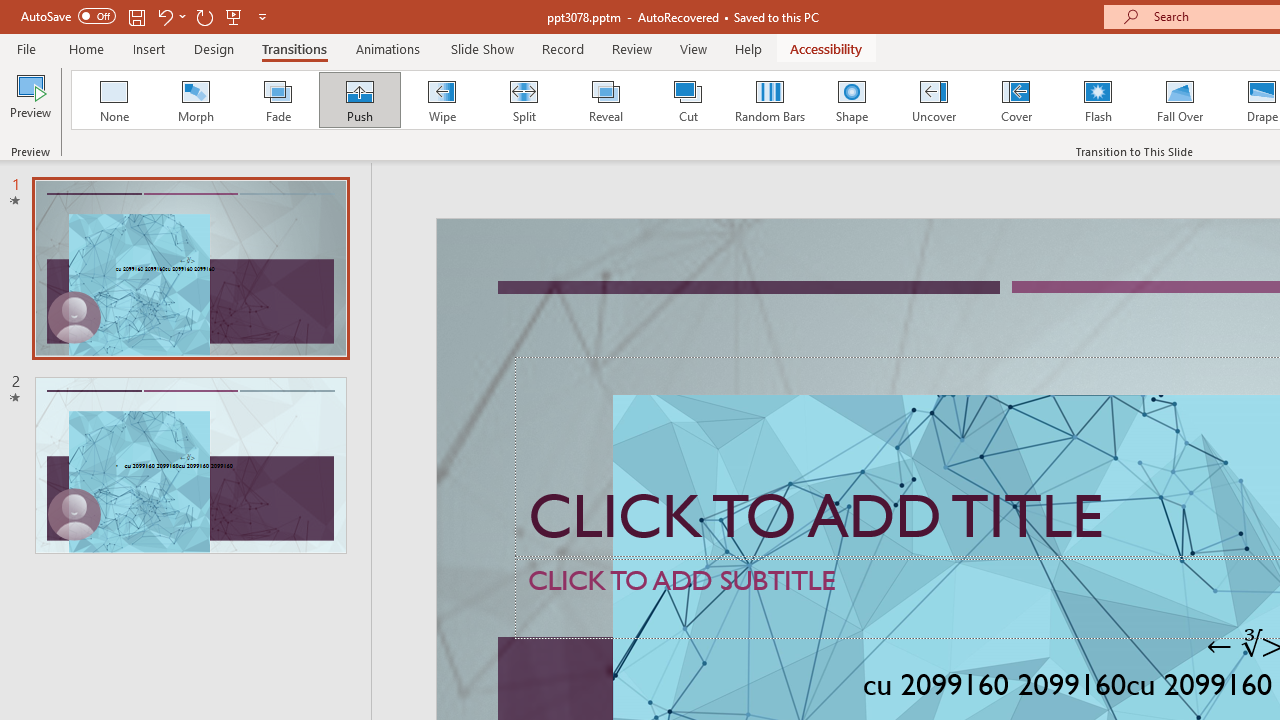 The height and width of the screenshot is (720, 1280). Describe the element at coordinates (933, 100) in the screenshot. I see `'Uncover'` at that location.